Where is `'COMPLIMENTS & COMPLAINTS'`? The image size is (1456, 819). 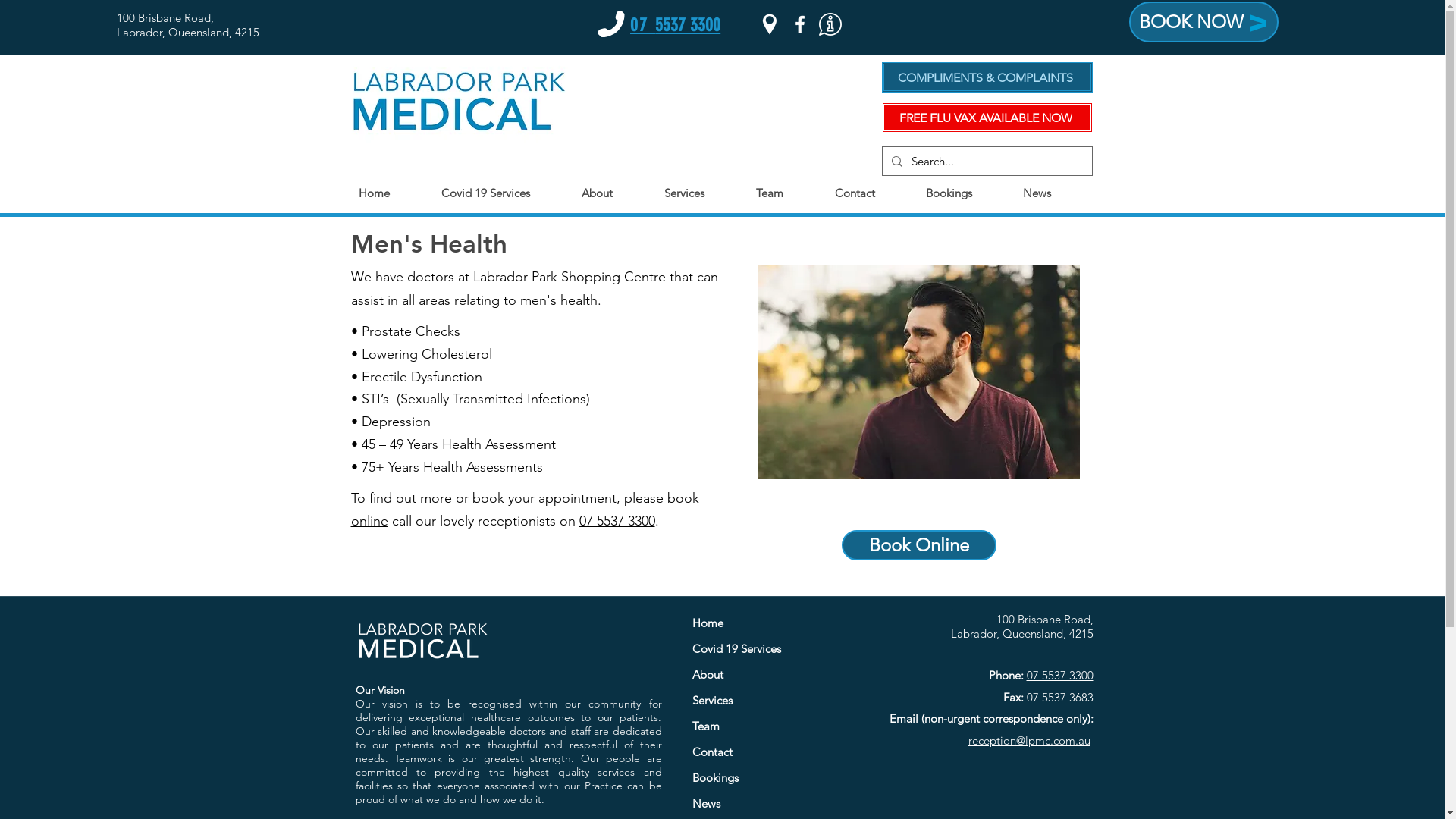 'COMPLIMENTS & COMPLAINTS' is located at coordinates (986, 77).